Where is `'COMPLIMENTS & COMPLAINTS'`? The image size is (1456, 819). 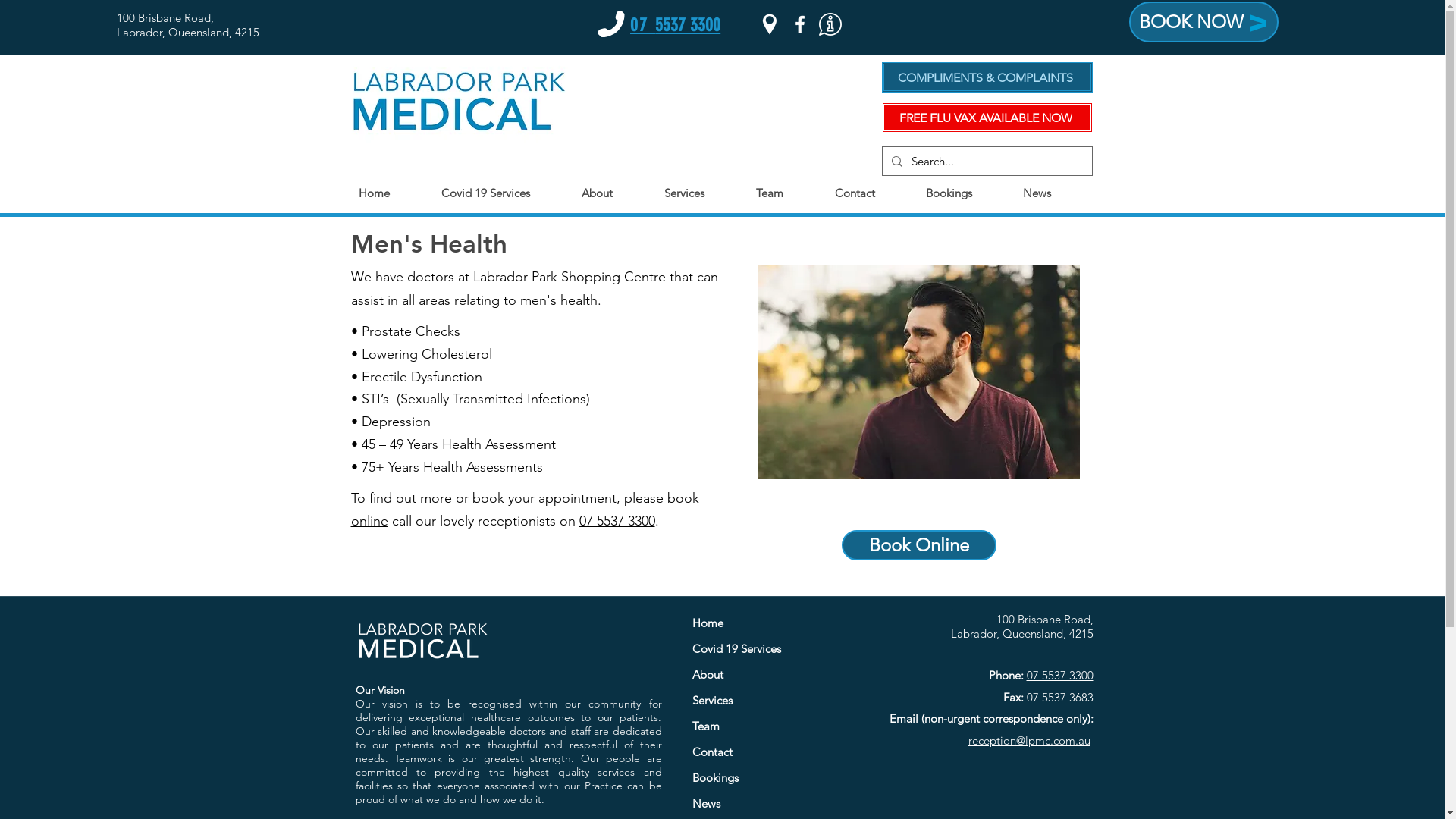 'COMPLIMENTS & COMPLAINTS' is located at coordinates (986, 77).